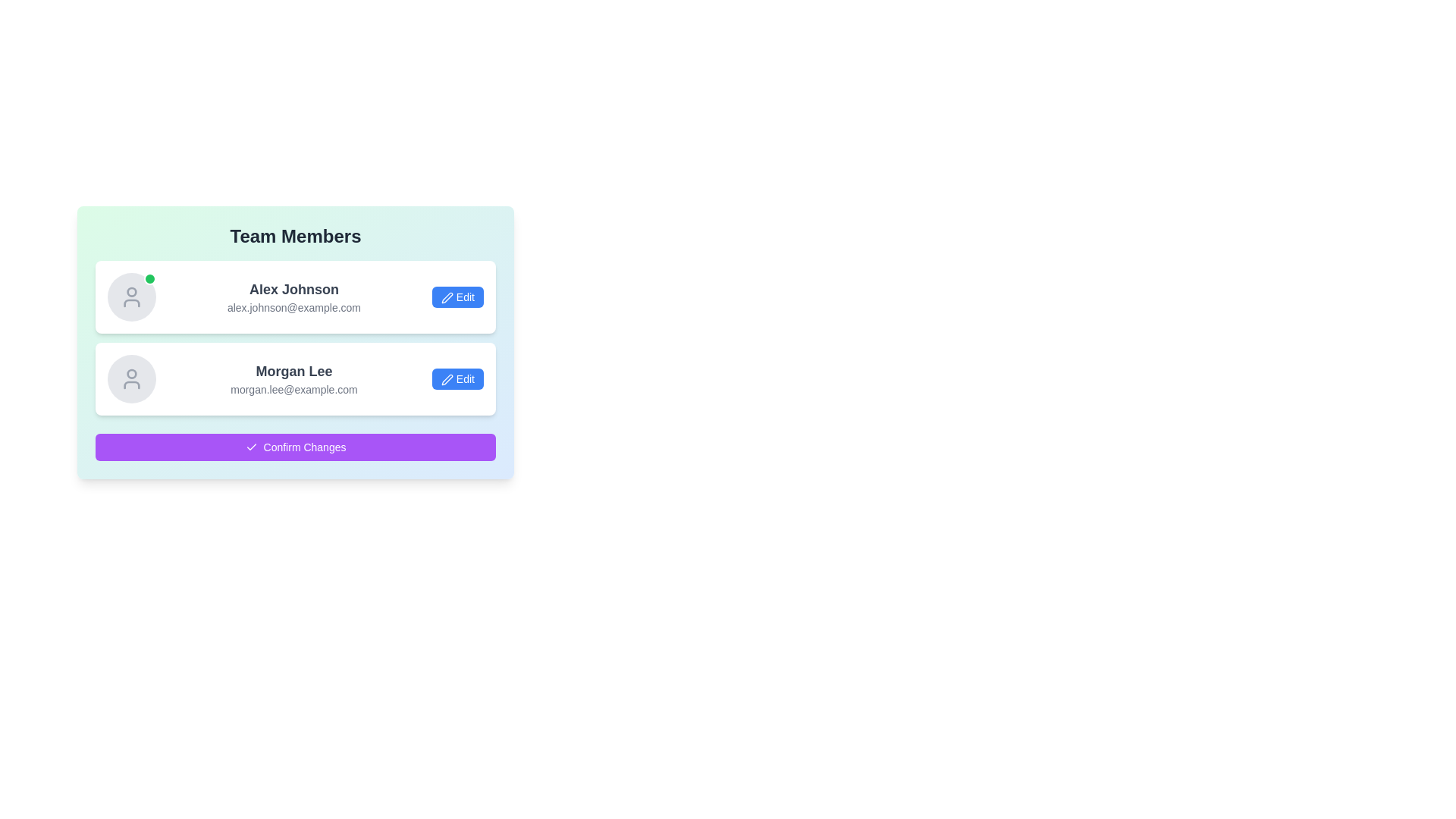 The height and width of the screenshot is (819, 1456). Describe the element at coordinates (294, 371) in the screenshot. I see `the text label displaying the name of the team member, which is positioned directly above the email address 'morgan.lee@example.com', for copying` at that location.